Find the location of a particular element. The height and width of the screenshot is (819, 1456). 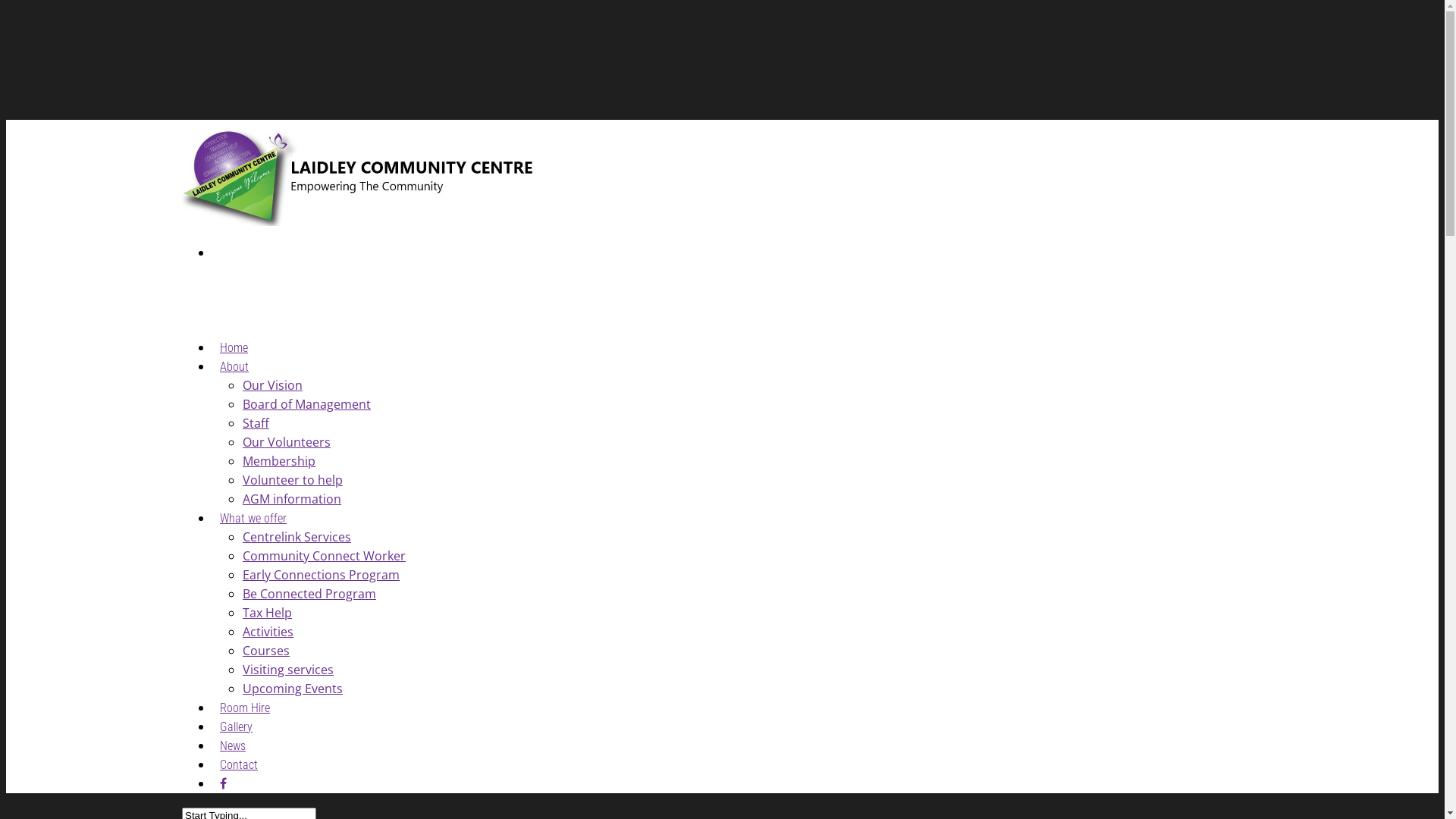

'Activities' is located at coordinates (243, 632).